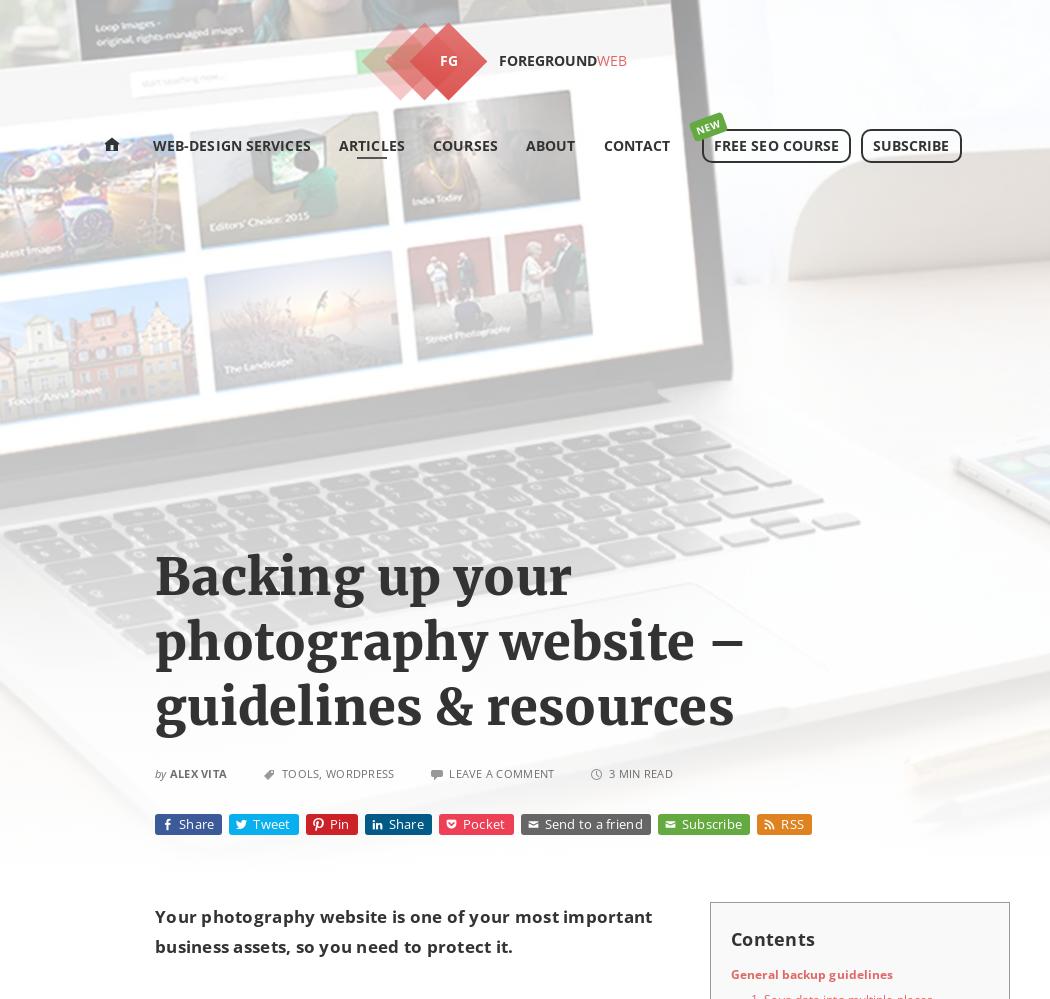  I want to click on 'Backing up your photography website – guidelines & resources', so click(154, 641).